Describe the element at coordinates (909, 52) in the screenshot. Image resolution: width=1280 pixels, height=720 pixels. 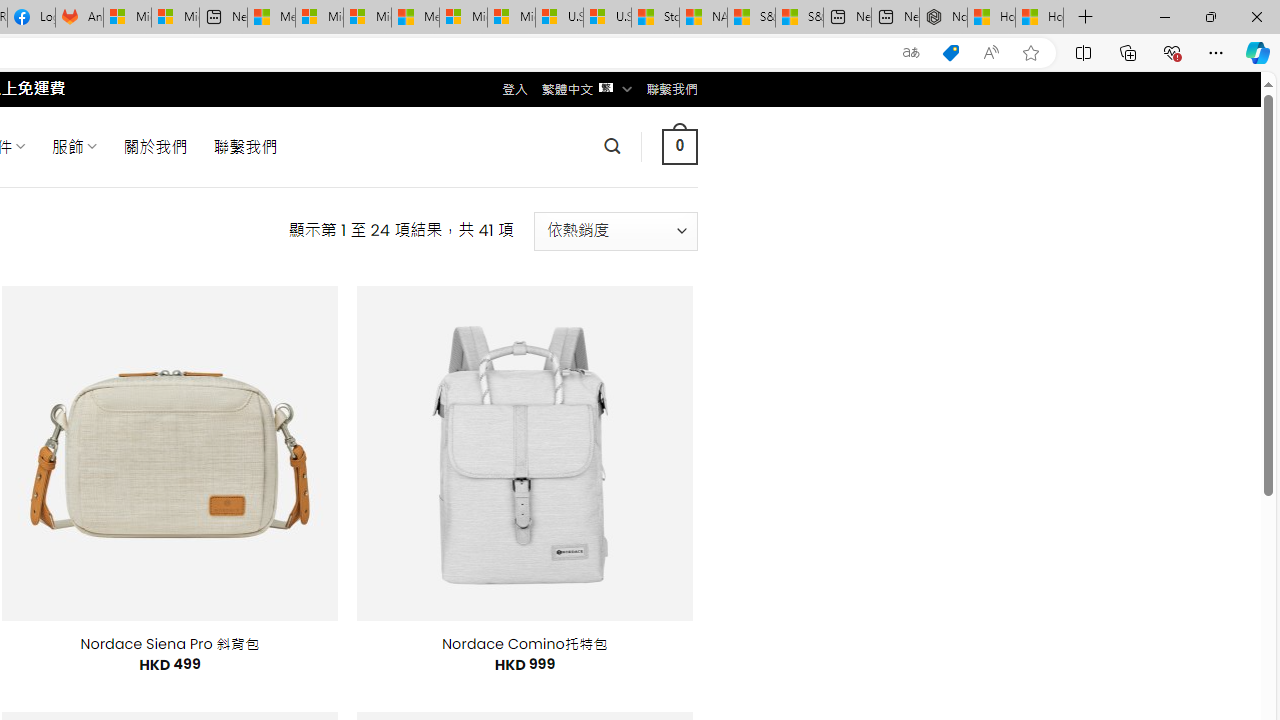
I see `'Show translate options'` at that location.